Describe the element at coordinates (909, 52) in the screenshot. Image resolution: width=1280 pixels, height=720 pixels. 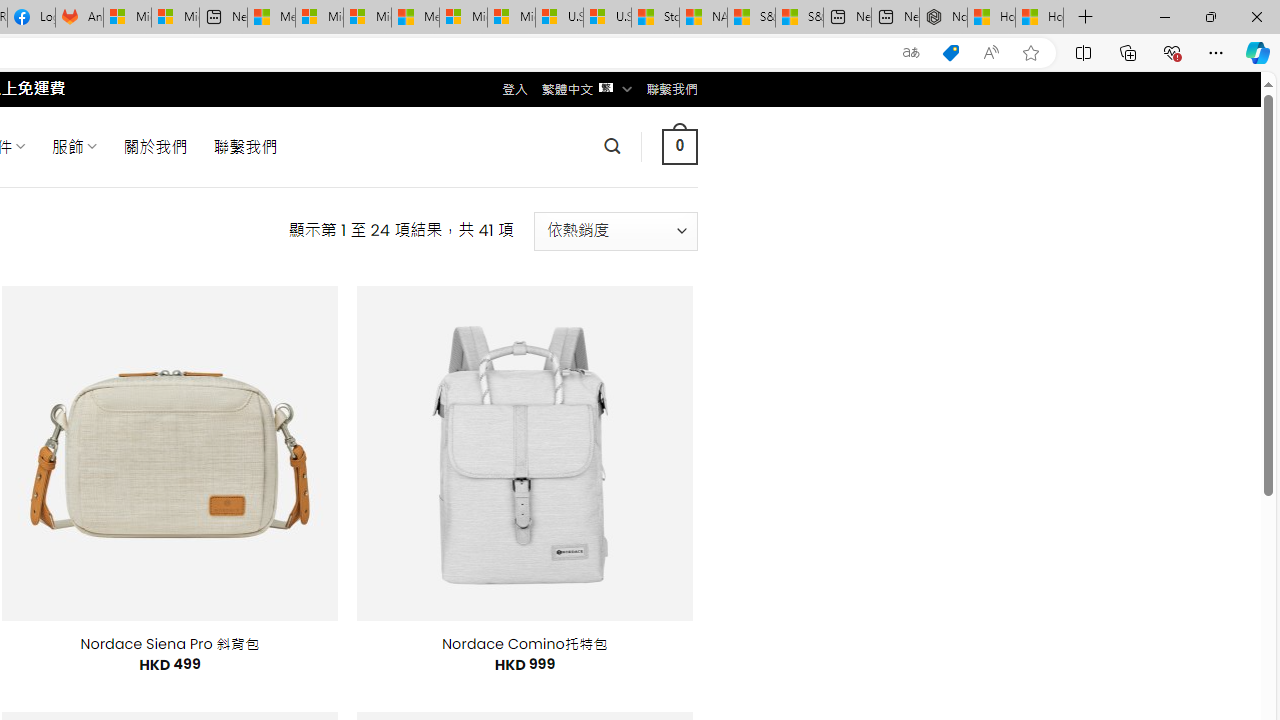
I see `'Show translate options'` at that location.